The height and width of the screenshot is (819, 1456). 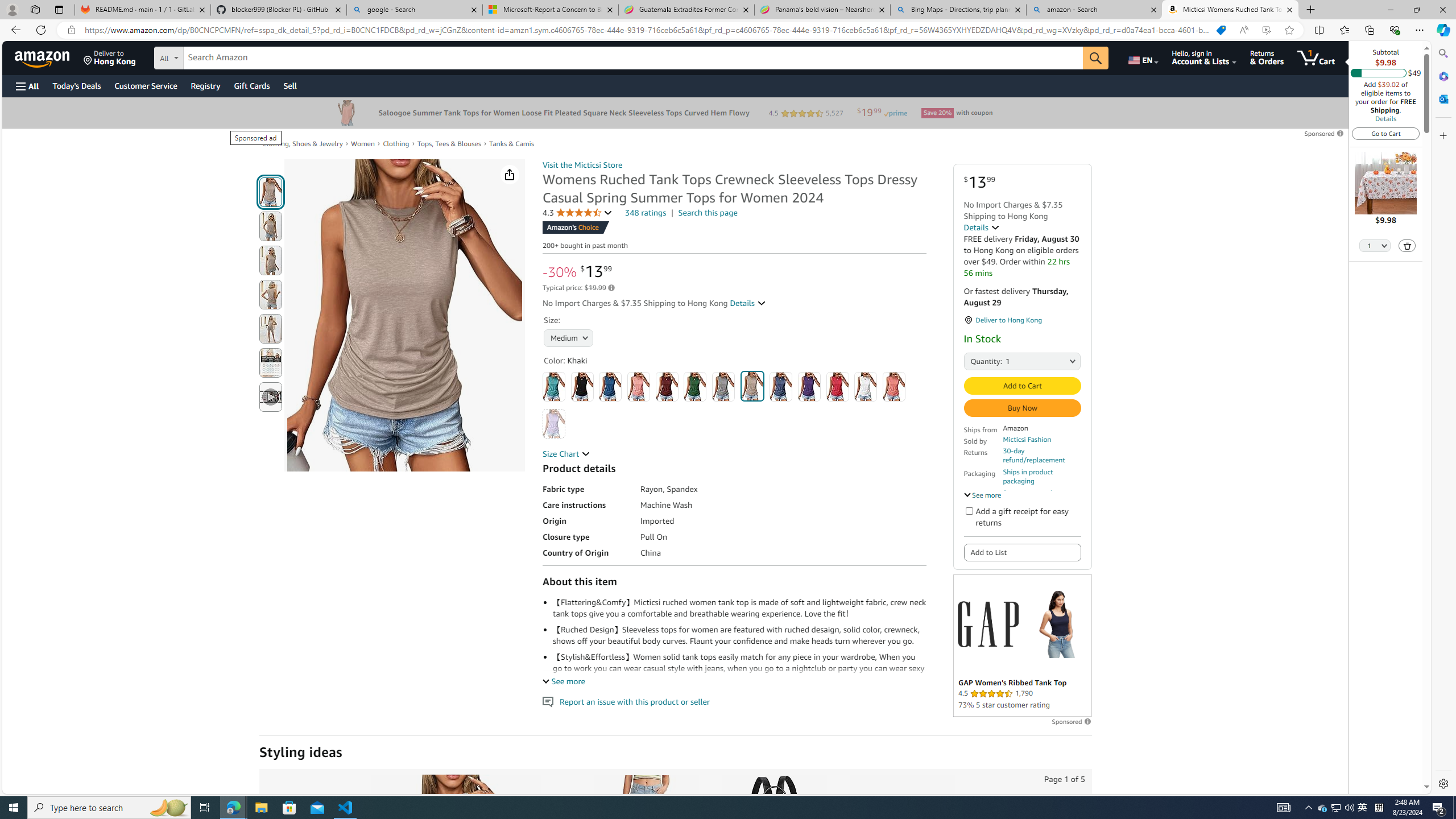 I want to click on 'Add to Cart', so click(x=1022, y=385).